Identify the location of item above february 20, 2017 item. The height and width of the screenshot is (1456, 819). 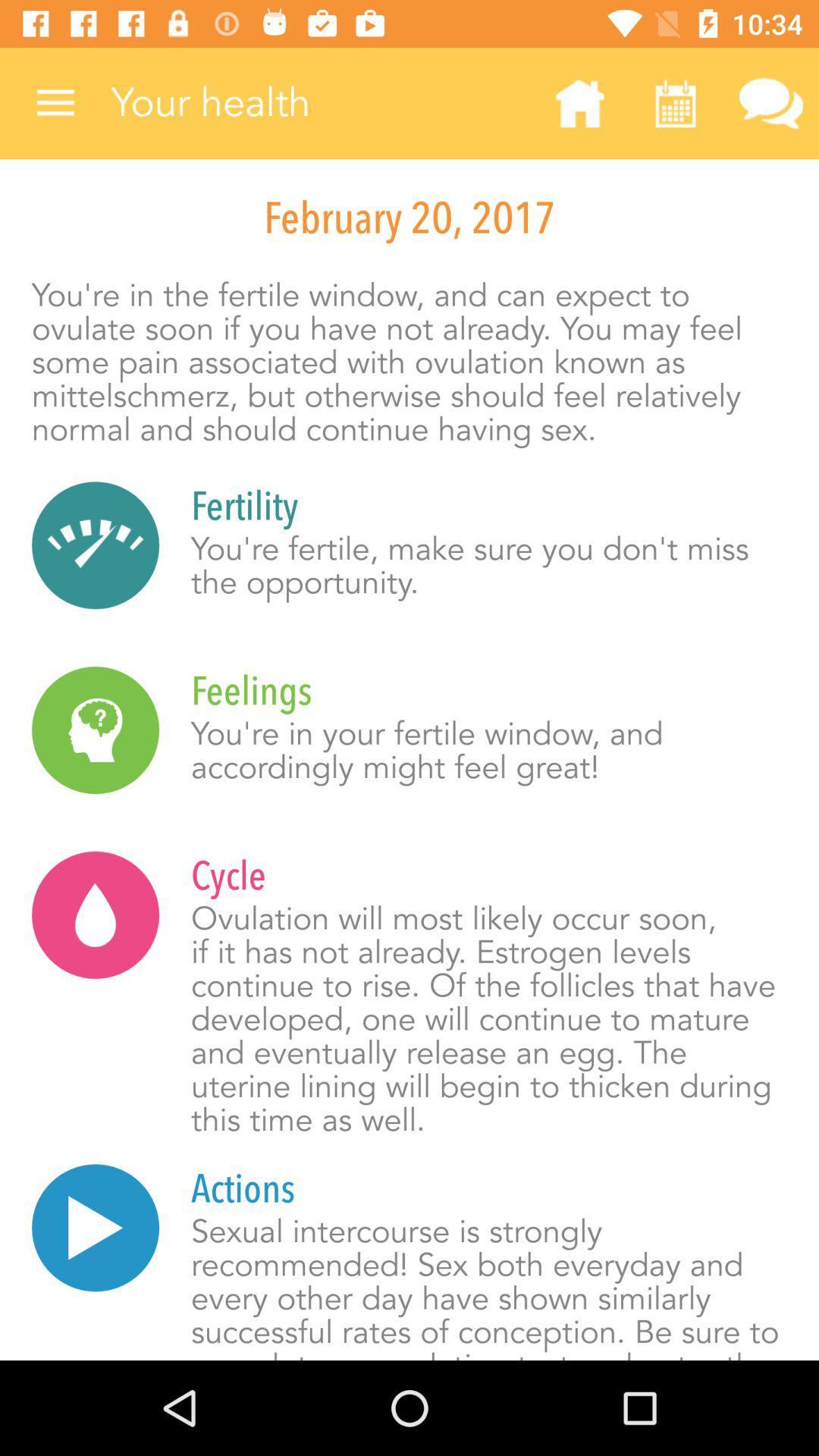
(55, 102).